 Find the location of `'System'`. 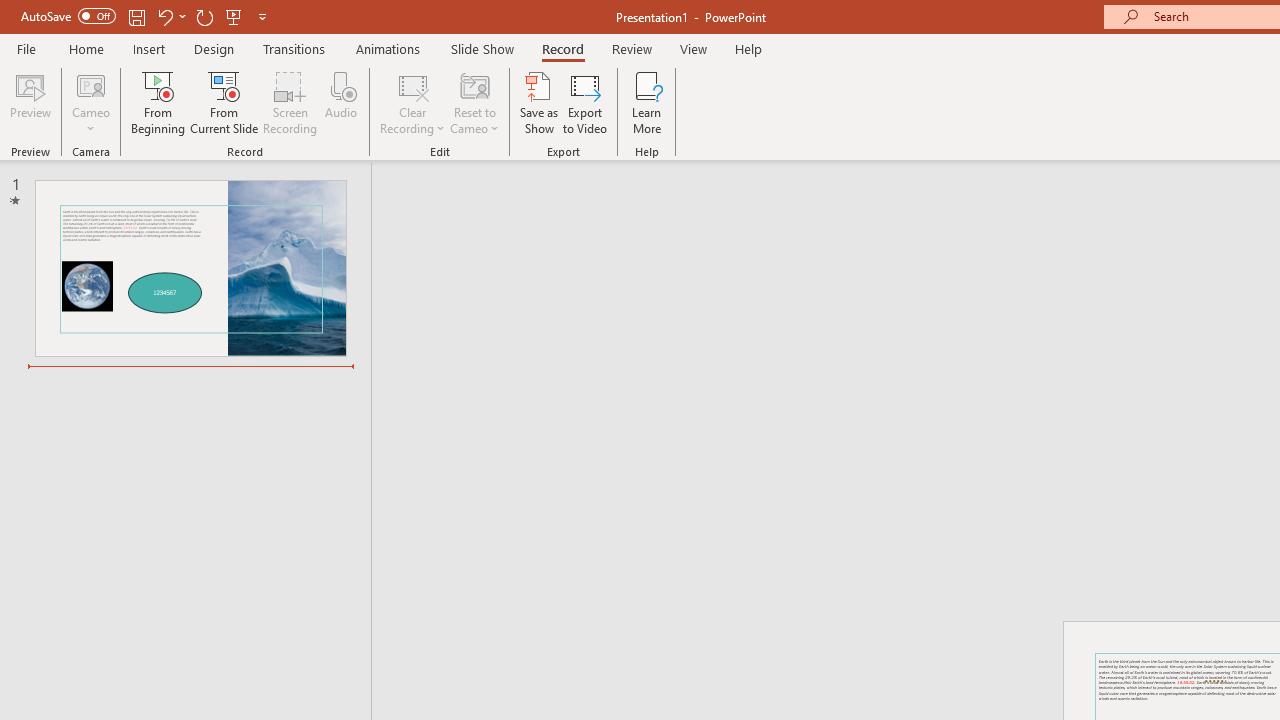

'System' is located at coordinates (10, 11).